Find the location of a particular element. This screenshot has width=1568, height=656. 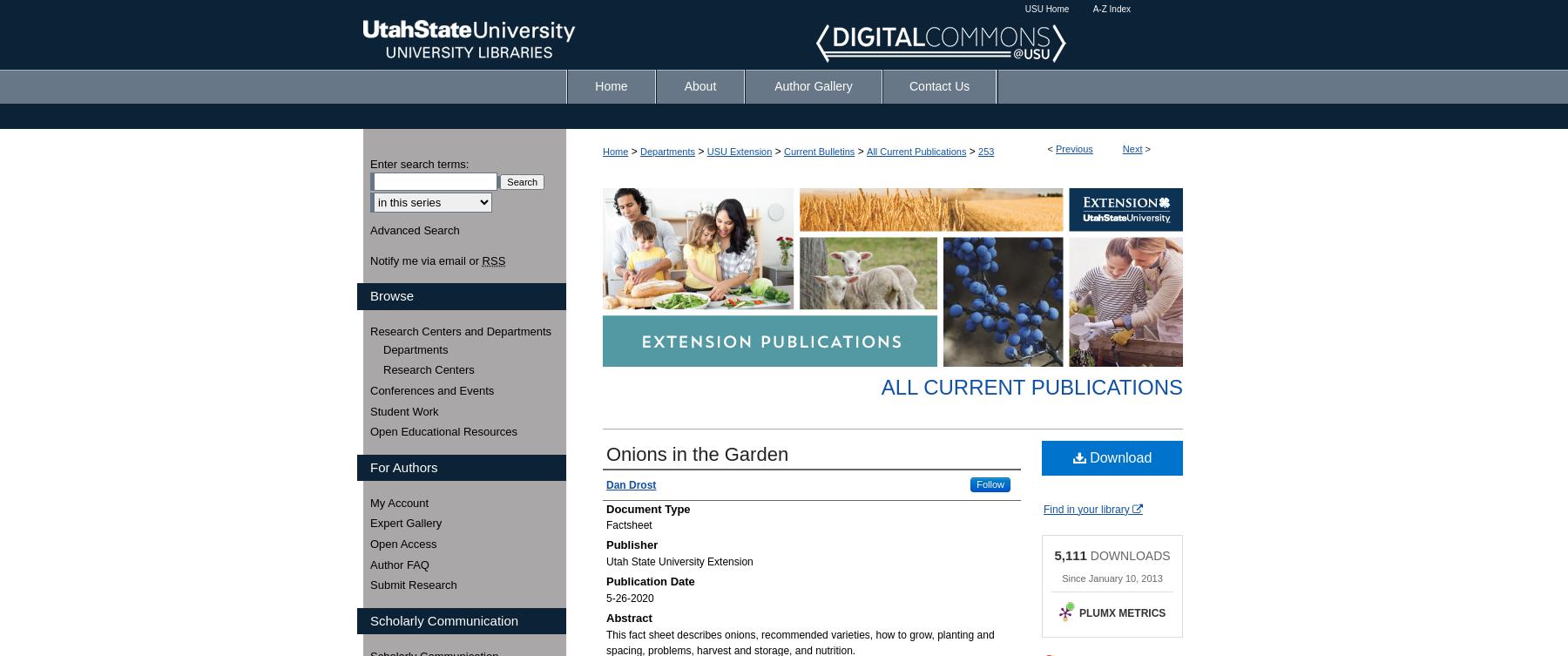

'<' is located at coordinates (1051, 148).